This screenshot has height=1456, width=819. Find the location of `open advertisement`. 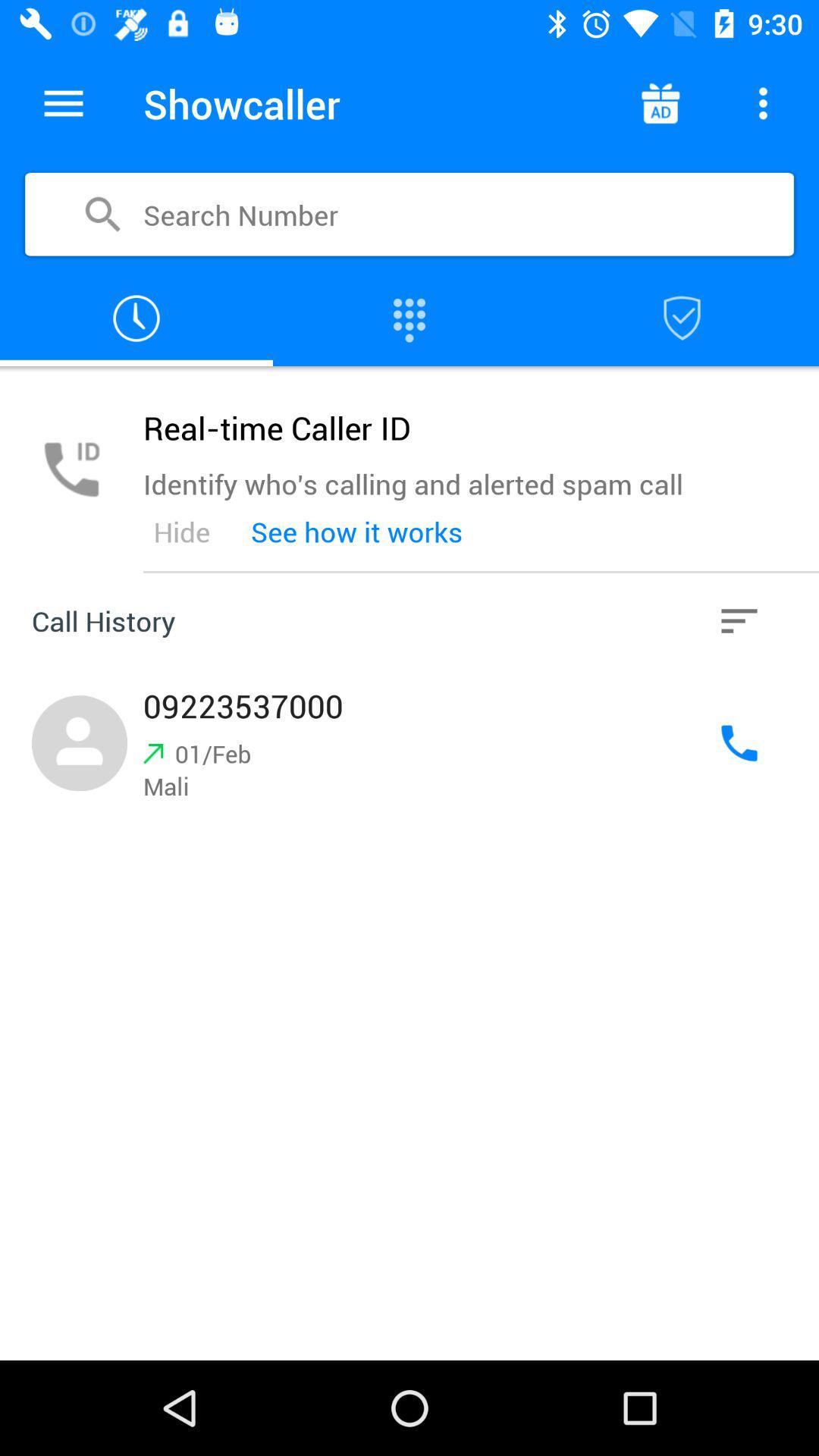

open advertisement is located at coordinates (659, 102).